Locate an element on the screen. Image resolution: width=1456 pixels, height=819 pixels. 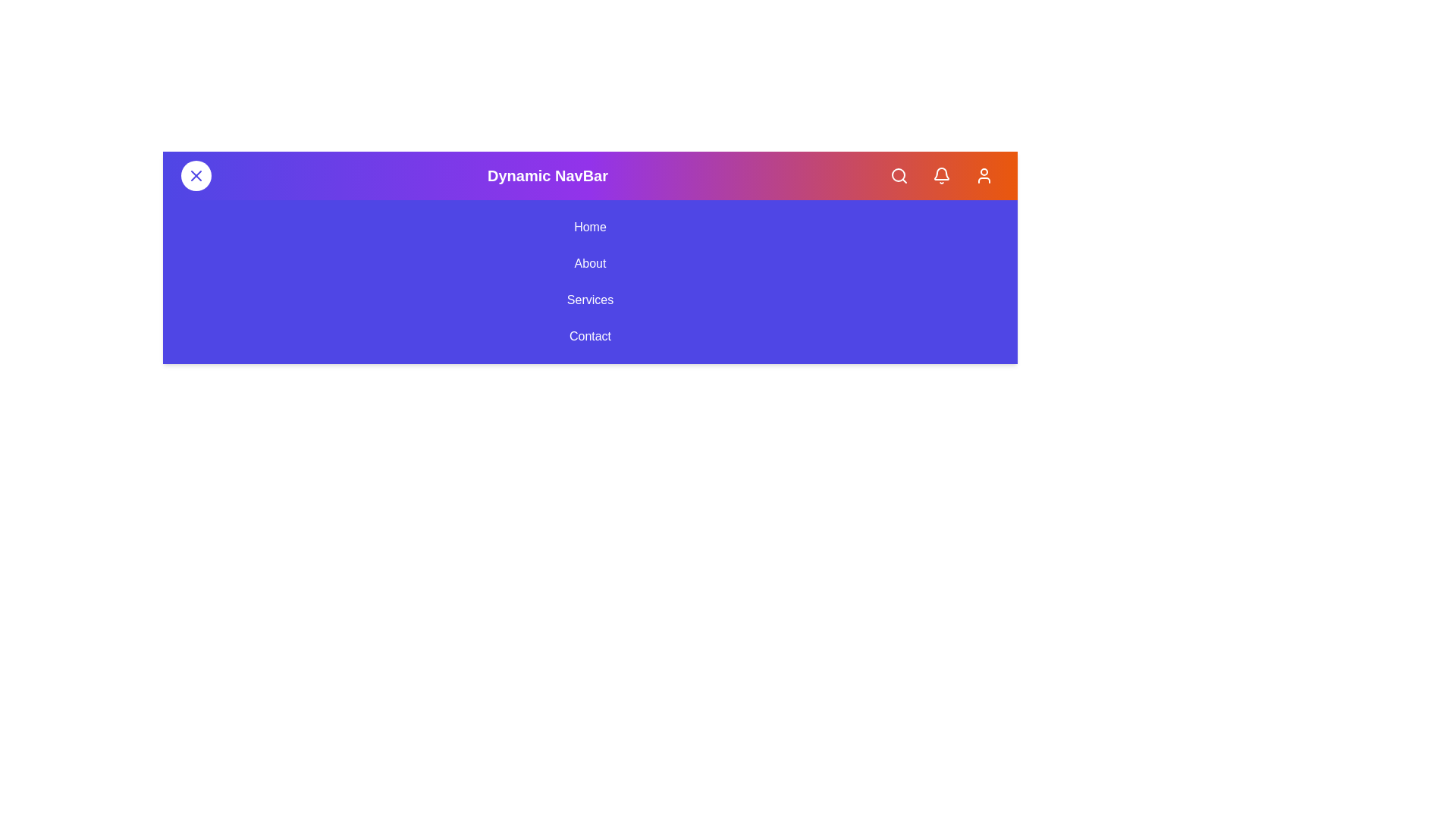
the Profile button in the app bar is located at coordinates (984, 174).